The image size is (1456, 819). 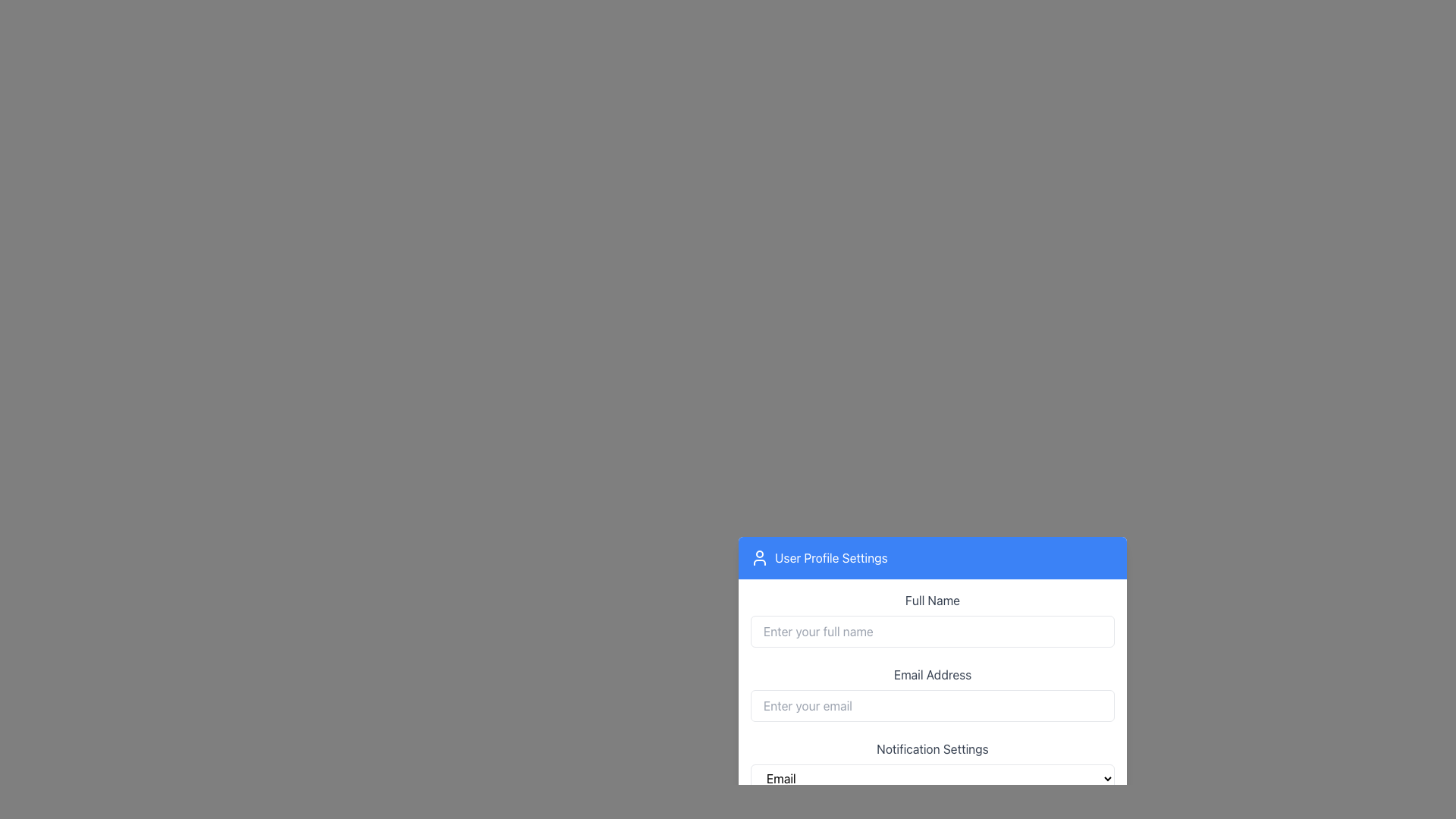 What do you see at coordinates (830, 557) in the screenshot?
I see `the 'User Profile Settings' text label, which is displayed in white font on a blue background as part of the header section` at bounding box center [830, 557].